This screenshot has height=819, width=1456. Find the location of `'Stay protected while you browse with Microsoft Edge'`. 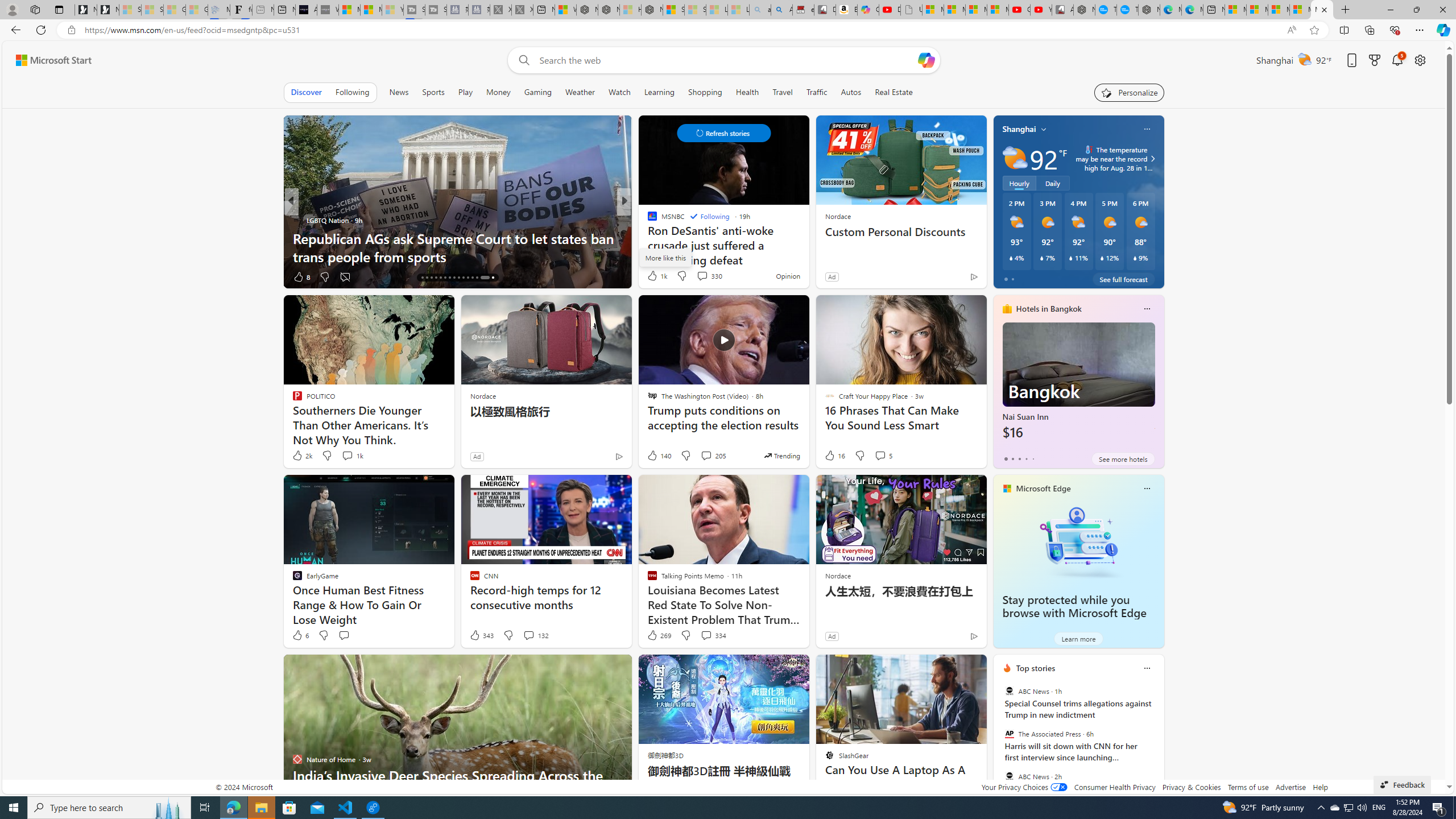

'Stay protected while you browse with Microsoft Edge' is located at coordinates (1078, 541).